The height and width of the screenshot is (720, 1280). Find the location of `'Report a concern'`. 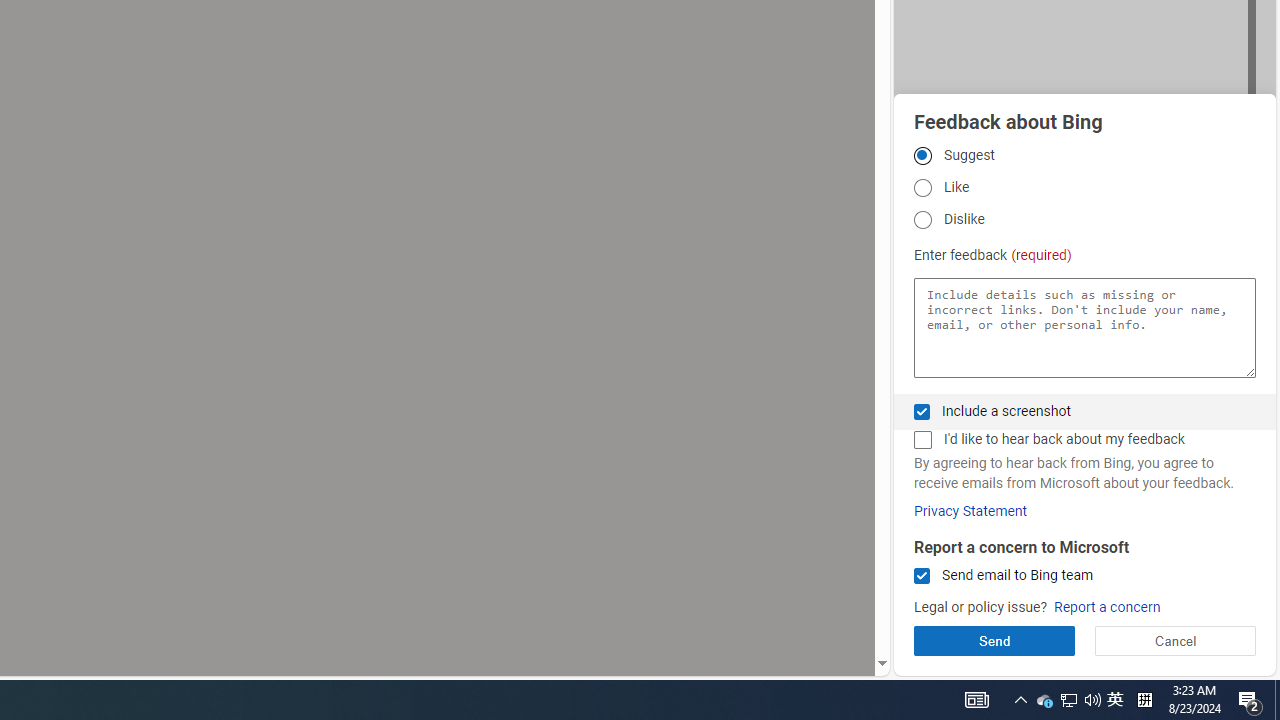

'Report a concern' is located at coordinates (1106, 606).